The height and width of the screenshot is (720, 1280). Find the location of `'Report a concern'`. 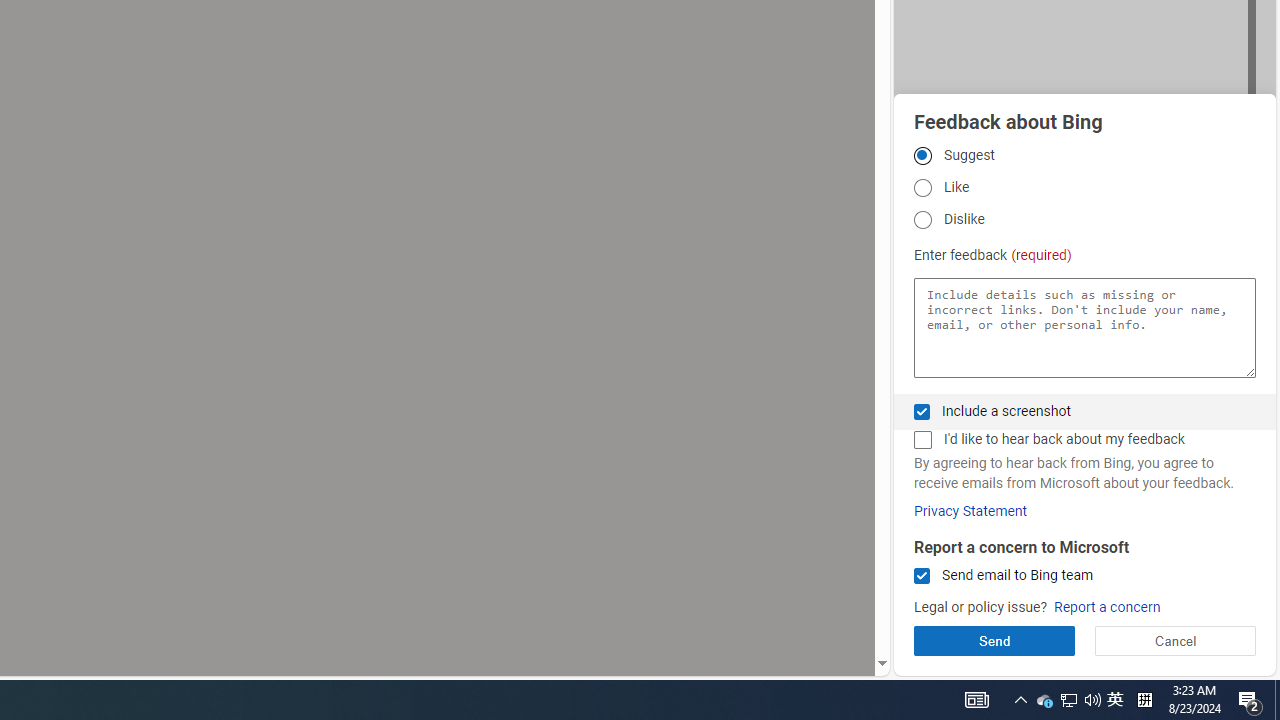

'Report a concern' is located at coordinates (1106, 606).